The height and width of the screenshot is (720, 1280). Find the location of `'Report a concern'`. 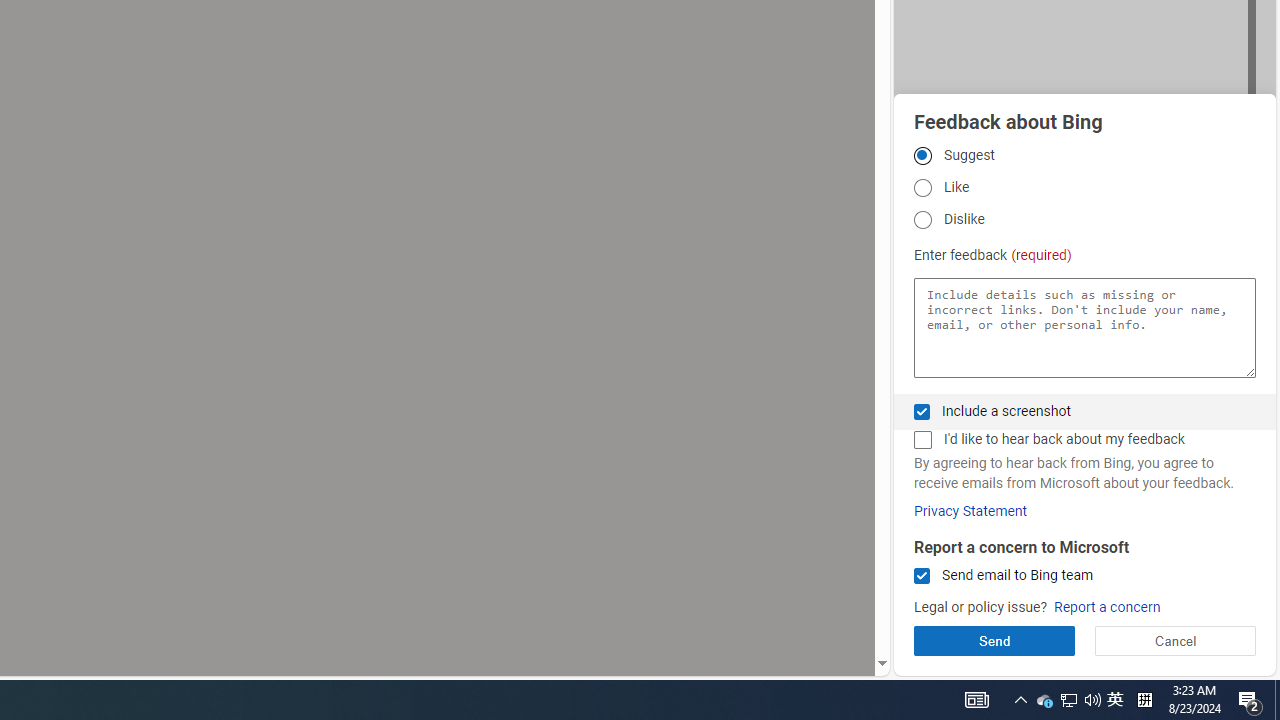

'Report a concern' is located at coordinates (1106, 606).